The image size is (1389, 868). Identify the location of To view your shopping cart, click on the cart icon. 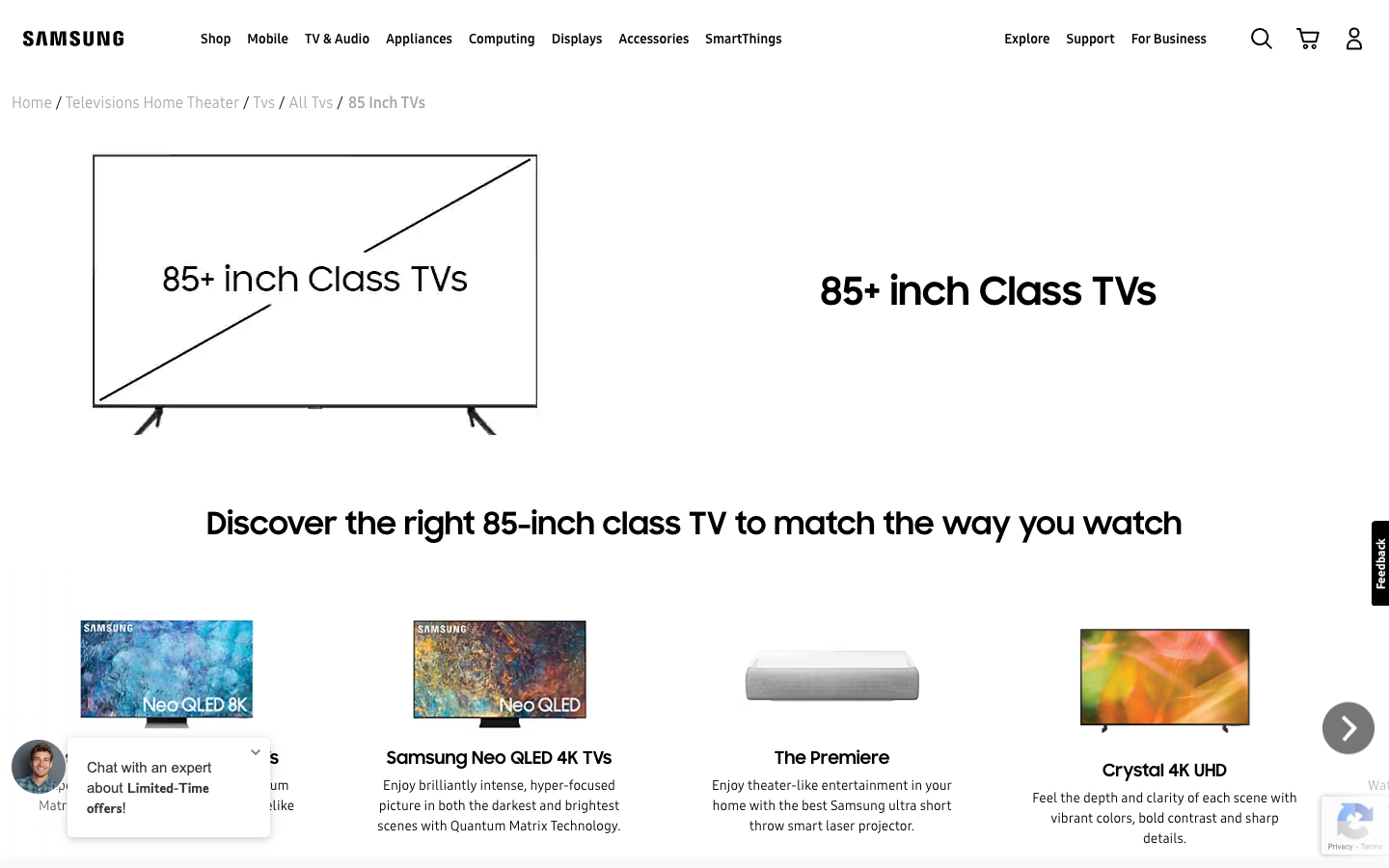
(1307, 37).